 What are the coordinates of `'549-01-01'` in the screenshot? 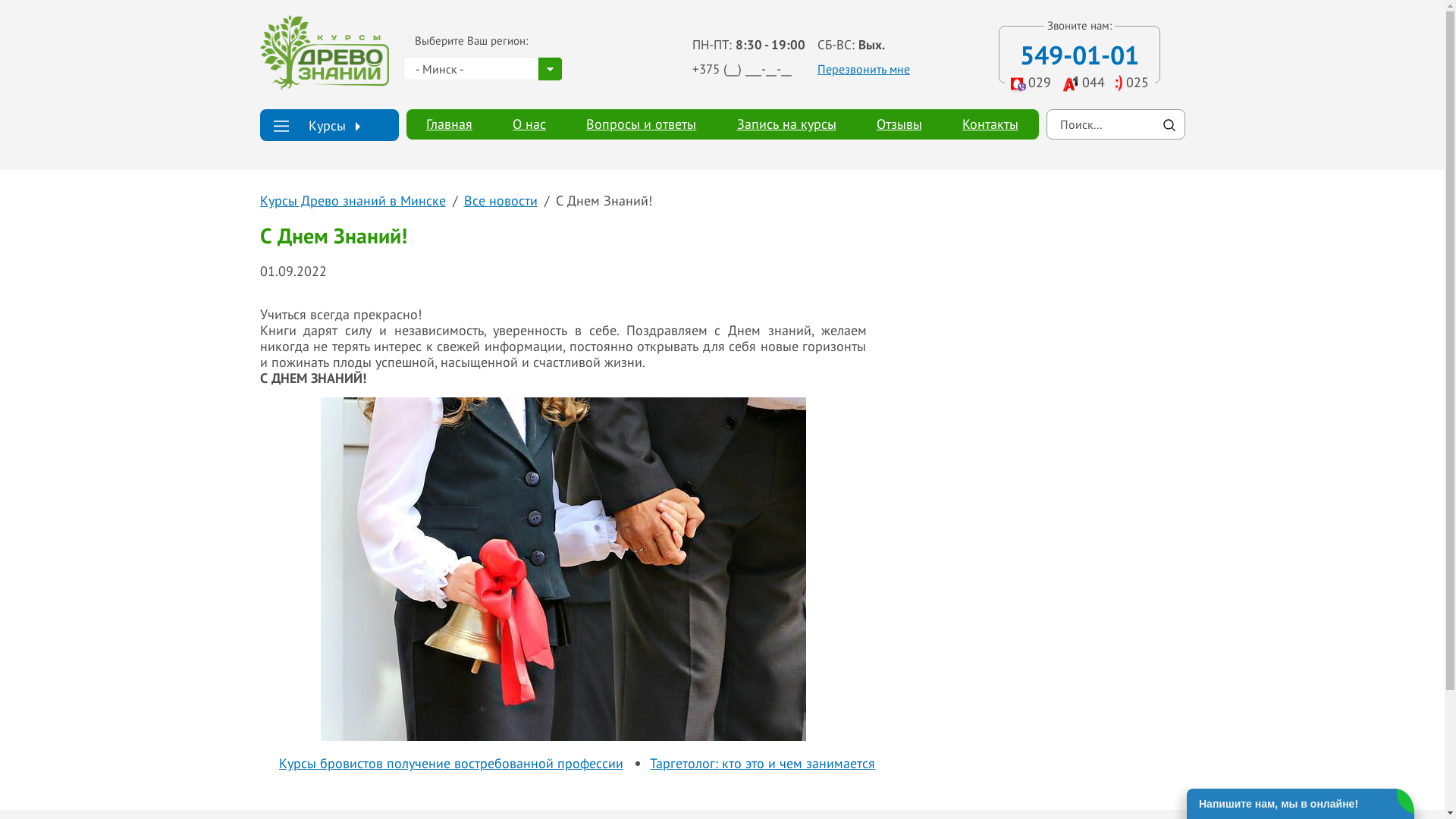 It's located at (1019, 54).